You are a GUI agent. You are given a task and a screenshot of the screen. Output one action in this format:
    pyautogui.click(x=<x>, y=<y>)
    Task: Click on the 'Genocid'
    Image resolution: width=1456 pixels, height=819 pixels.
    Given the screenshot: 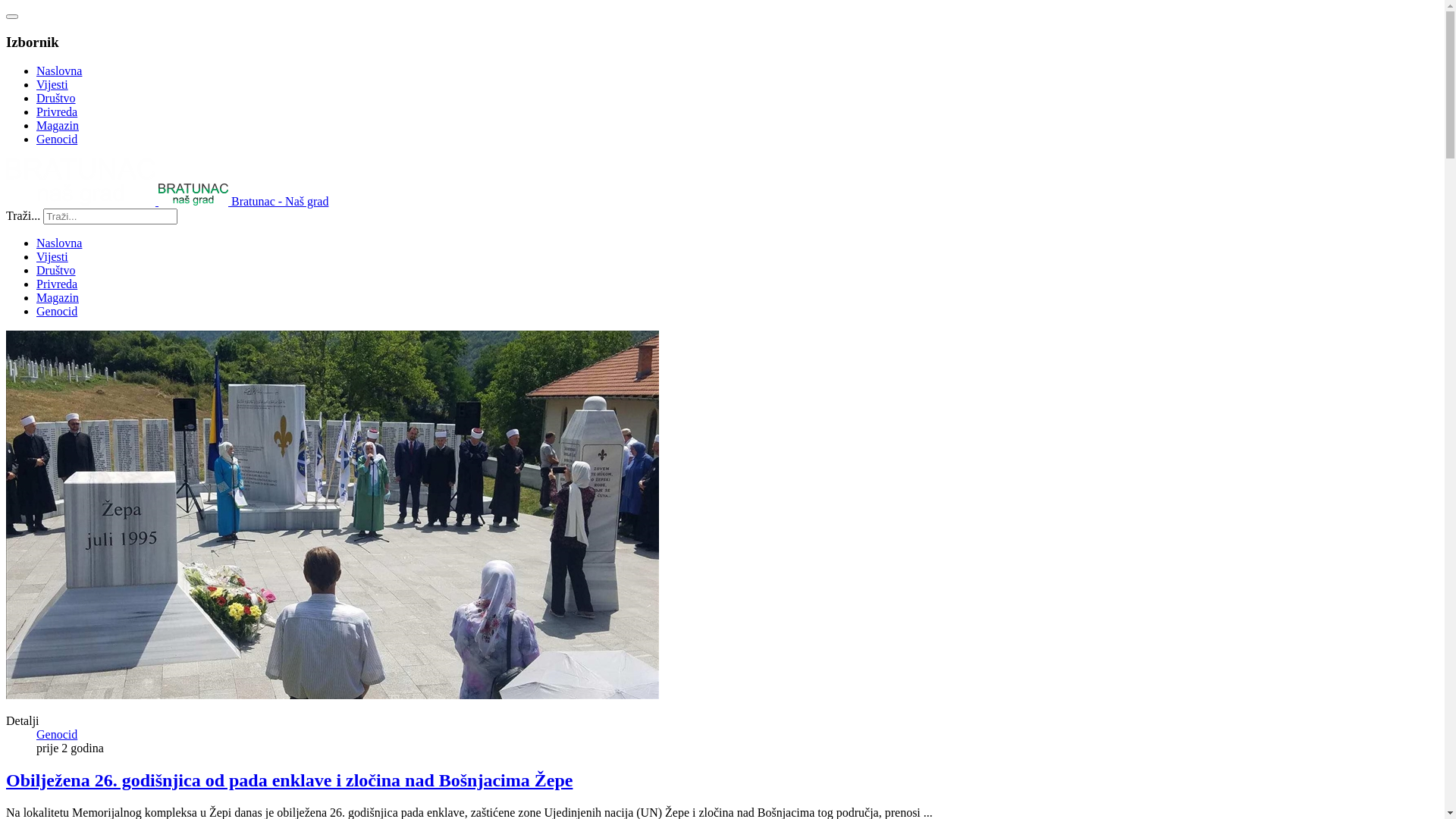 What is the action you would take?
    pyautogui.click(x=57, y=733)
    